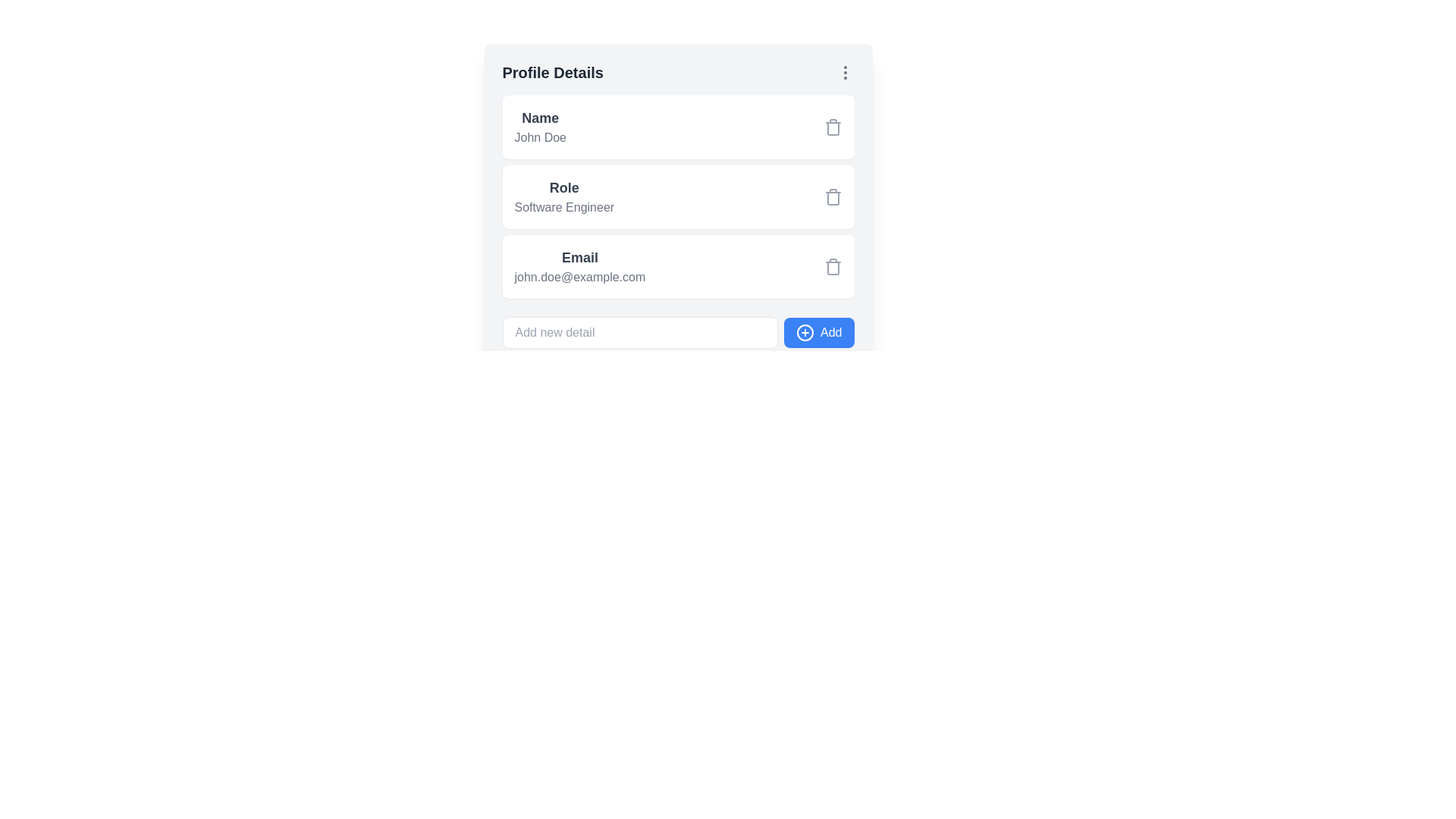  Describe the element at coordinates (563, 196) in the screenshot. I see `text content of the Text display element indicating the role of the profile, which is located in the 'Profile Details' section as the second item in the list` at that location.